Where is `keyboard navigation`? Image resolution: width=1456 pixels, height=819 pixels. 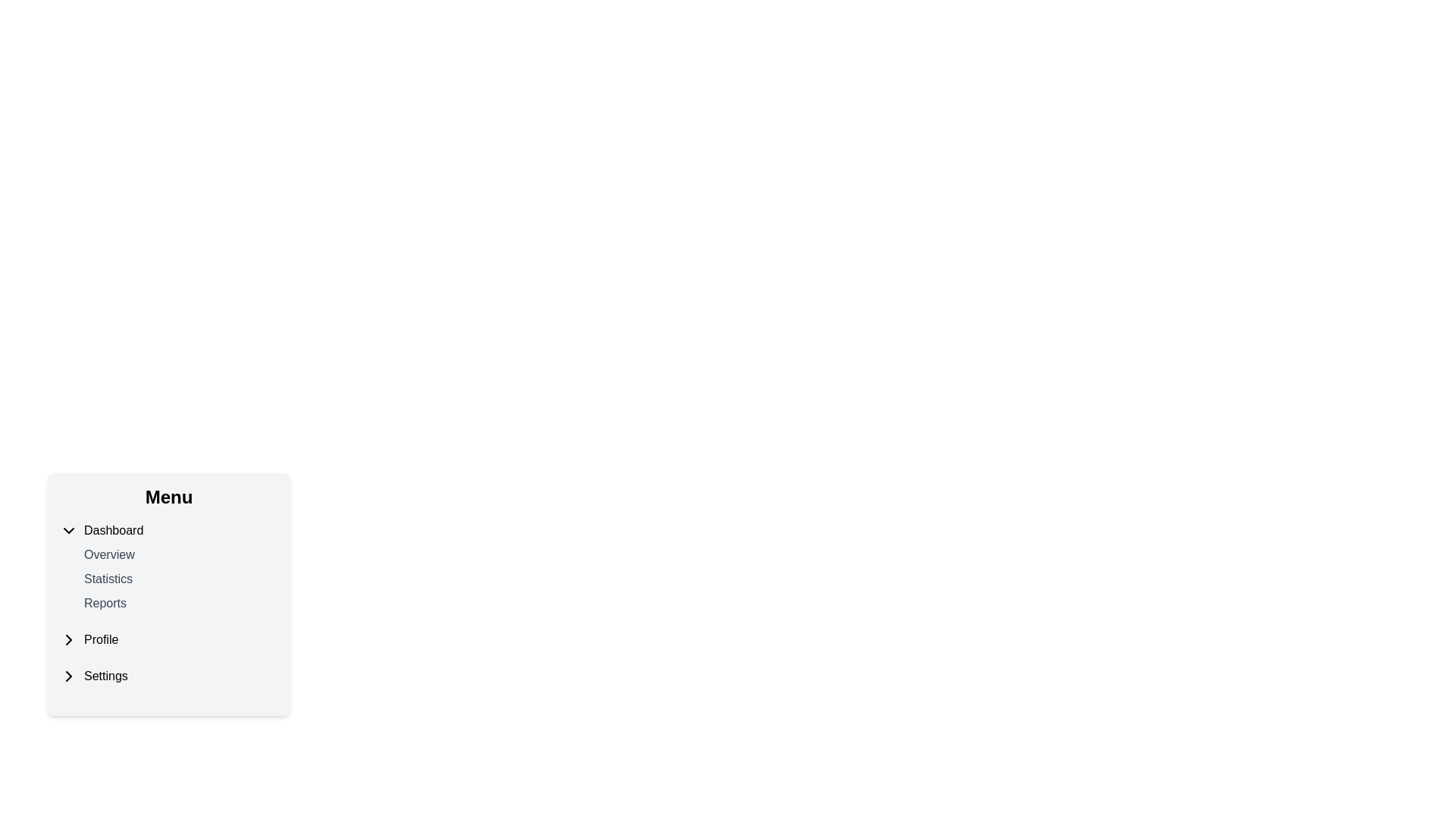 keyboard navigation is located at coordinates (178, 555).